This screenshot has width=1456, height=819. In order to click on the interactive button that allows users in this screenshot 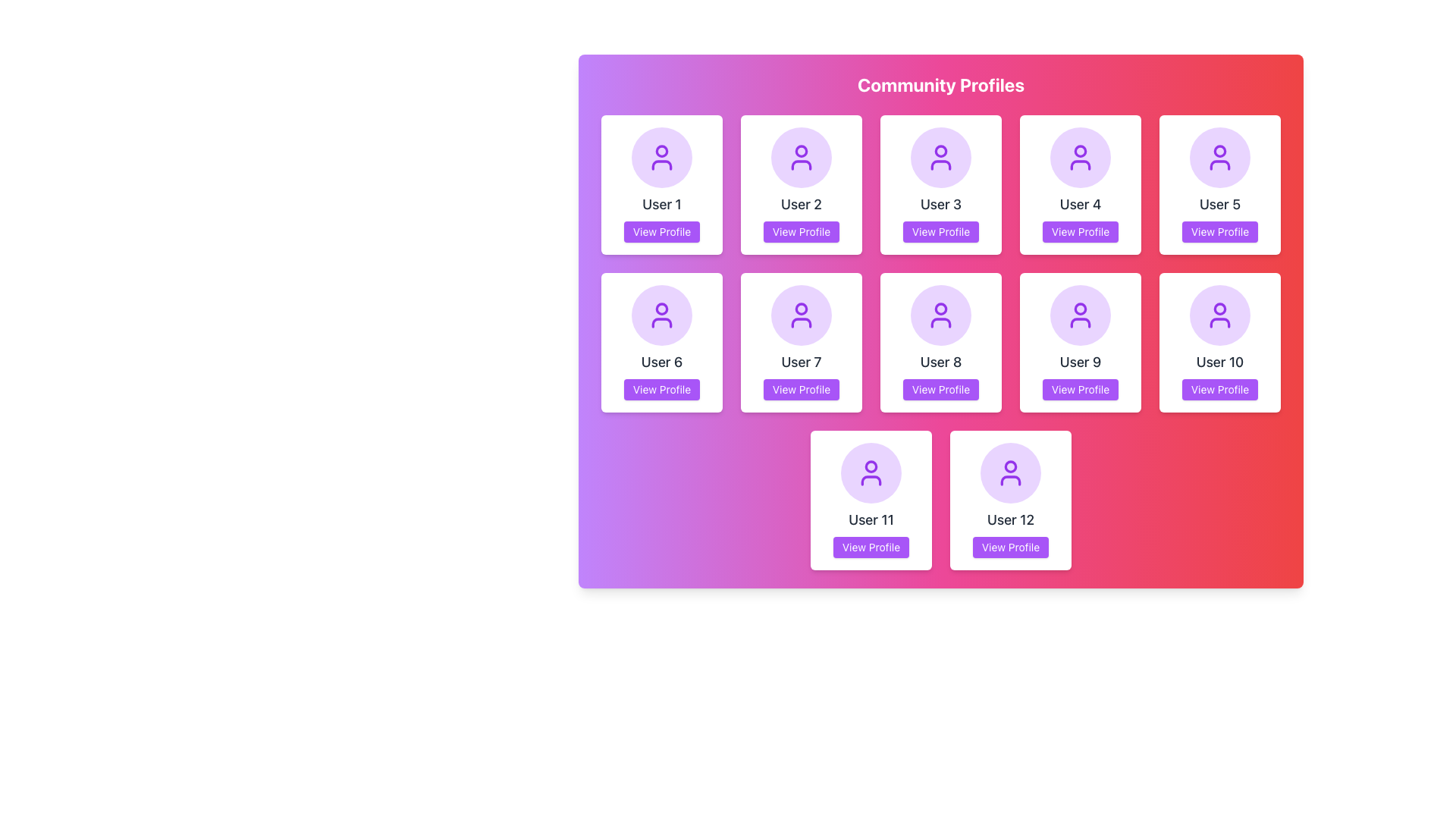, I will do `click(1080, 388)`.